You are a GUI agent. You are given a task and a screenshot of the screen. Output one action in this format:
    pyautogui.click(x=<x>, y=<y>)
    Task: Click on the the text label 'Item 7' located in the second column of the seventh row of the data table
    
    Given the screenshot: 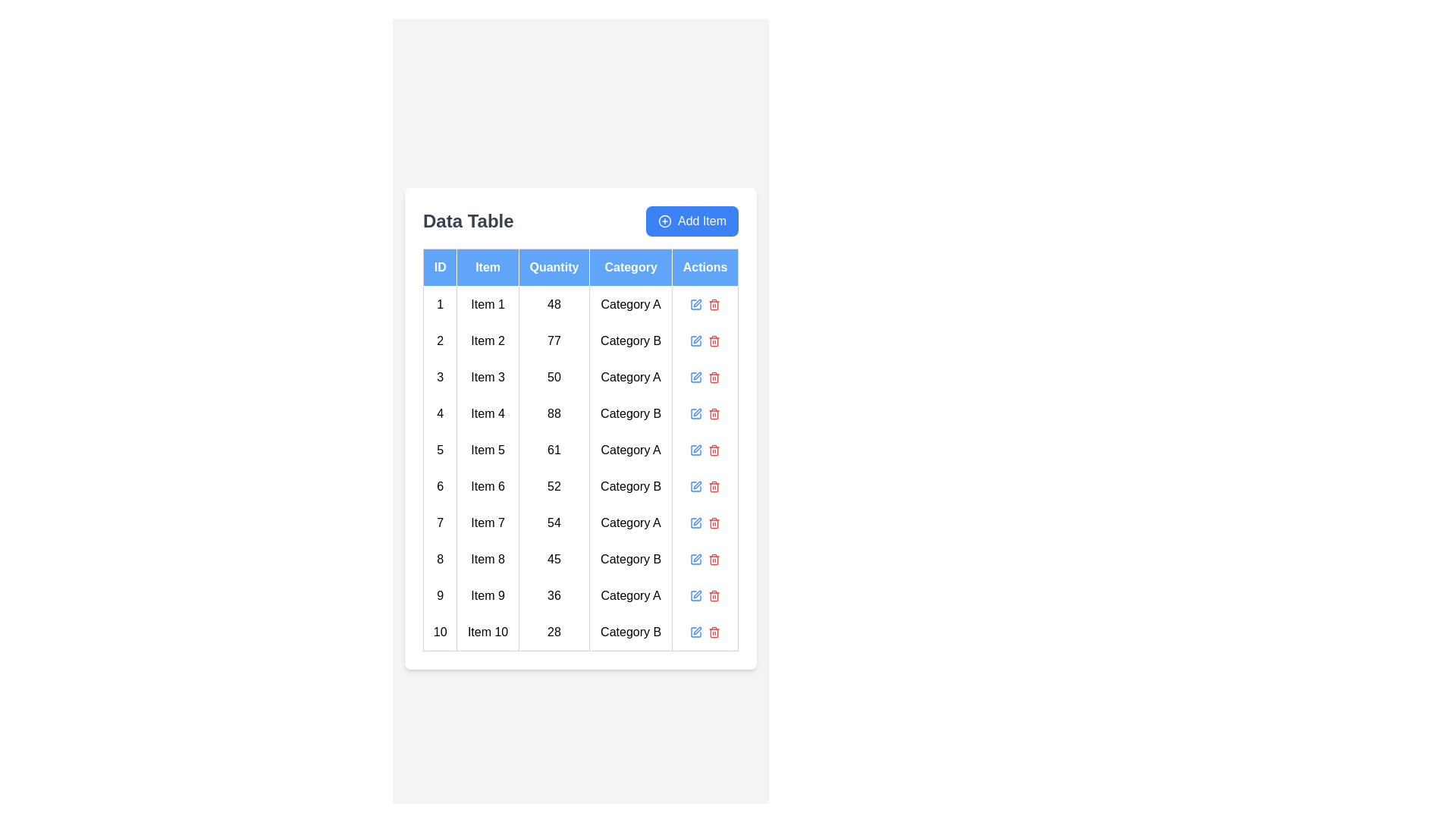 What is the action you would take?
    pyautogui.click(x=488, y=522)
    